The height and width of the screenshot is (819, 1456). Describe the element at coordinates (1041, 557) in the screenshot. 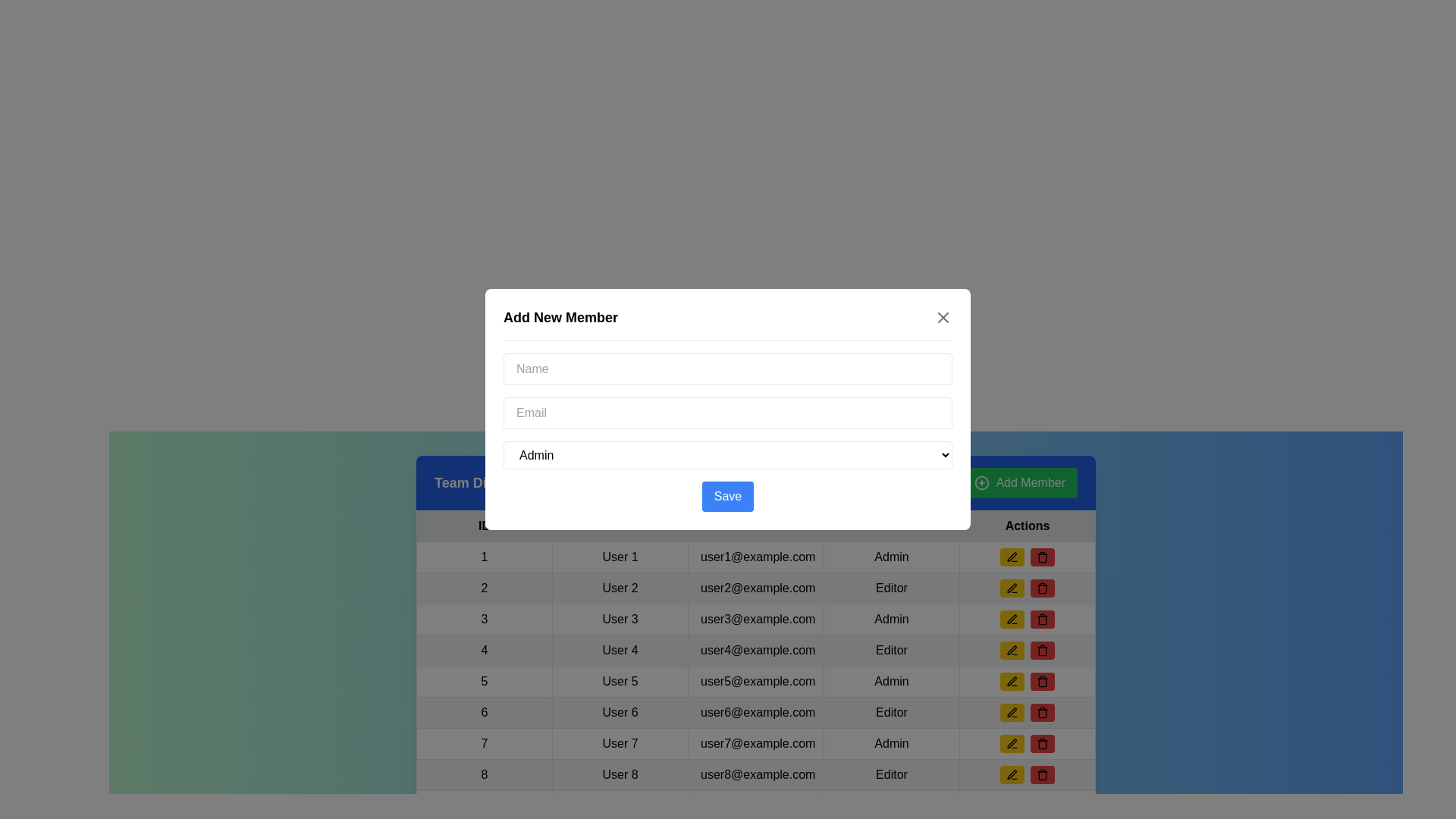

I see `the delete button located on the rightmost side of the 'Actions' column in the data table to initiate a delete action` at that location.